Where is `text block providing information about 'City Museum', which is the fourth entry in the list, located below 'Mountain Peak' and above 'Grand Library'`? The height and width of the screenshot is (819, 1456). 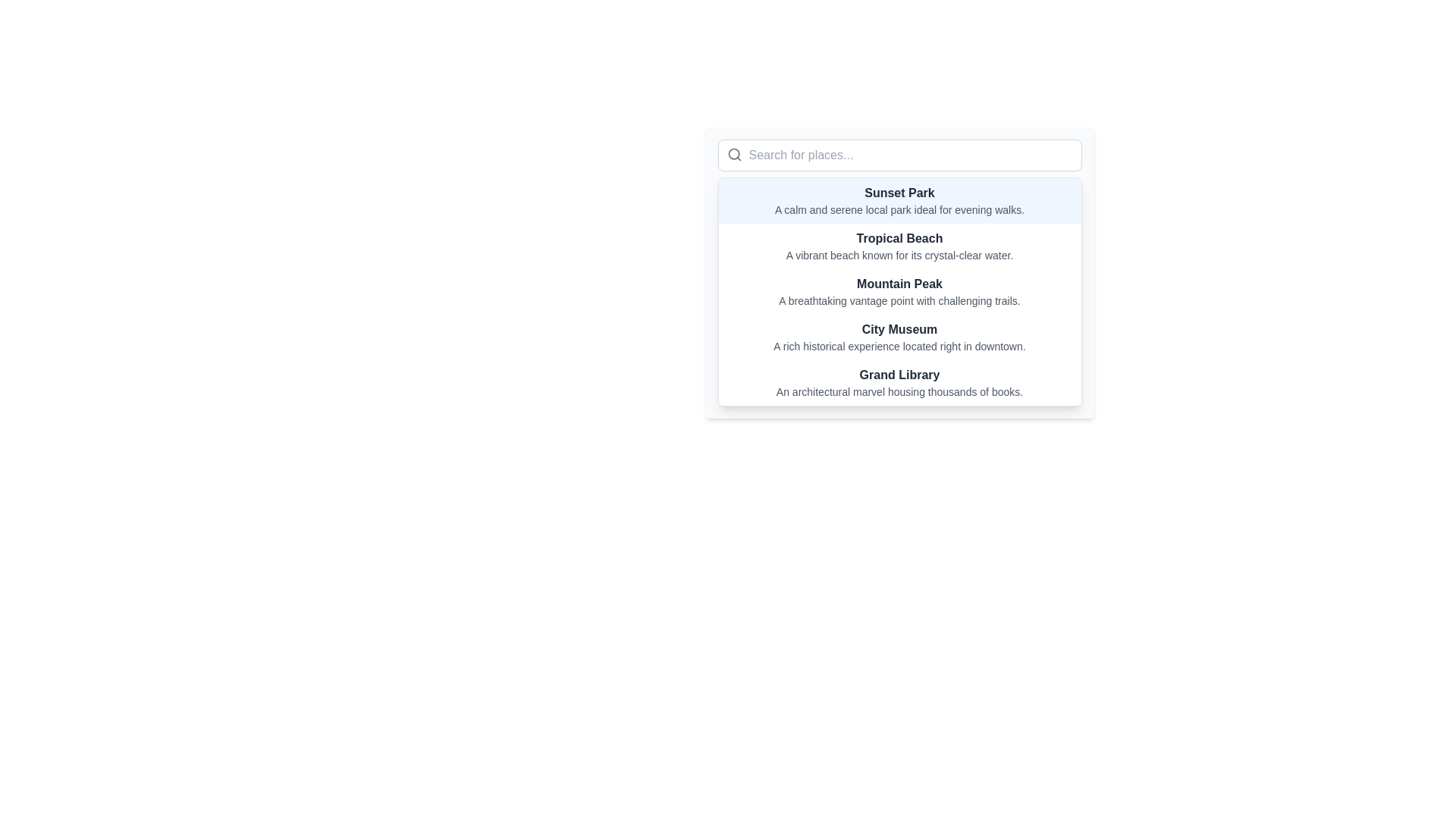
text block providing information about 'City Museum', which is the fourth entry in the list, located below 'Mountain Peak' and above 'Grand Library' is located at coordinates (899, 336).